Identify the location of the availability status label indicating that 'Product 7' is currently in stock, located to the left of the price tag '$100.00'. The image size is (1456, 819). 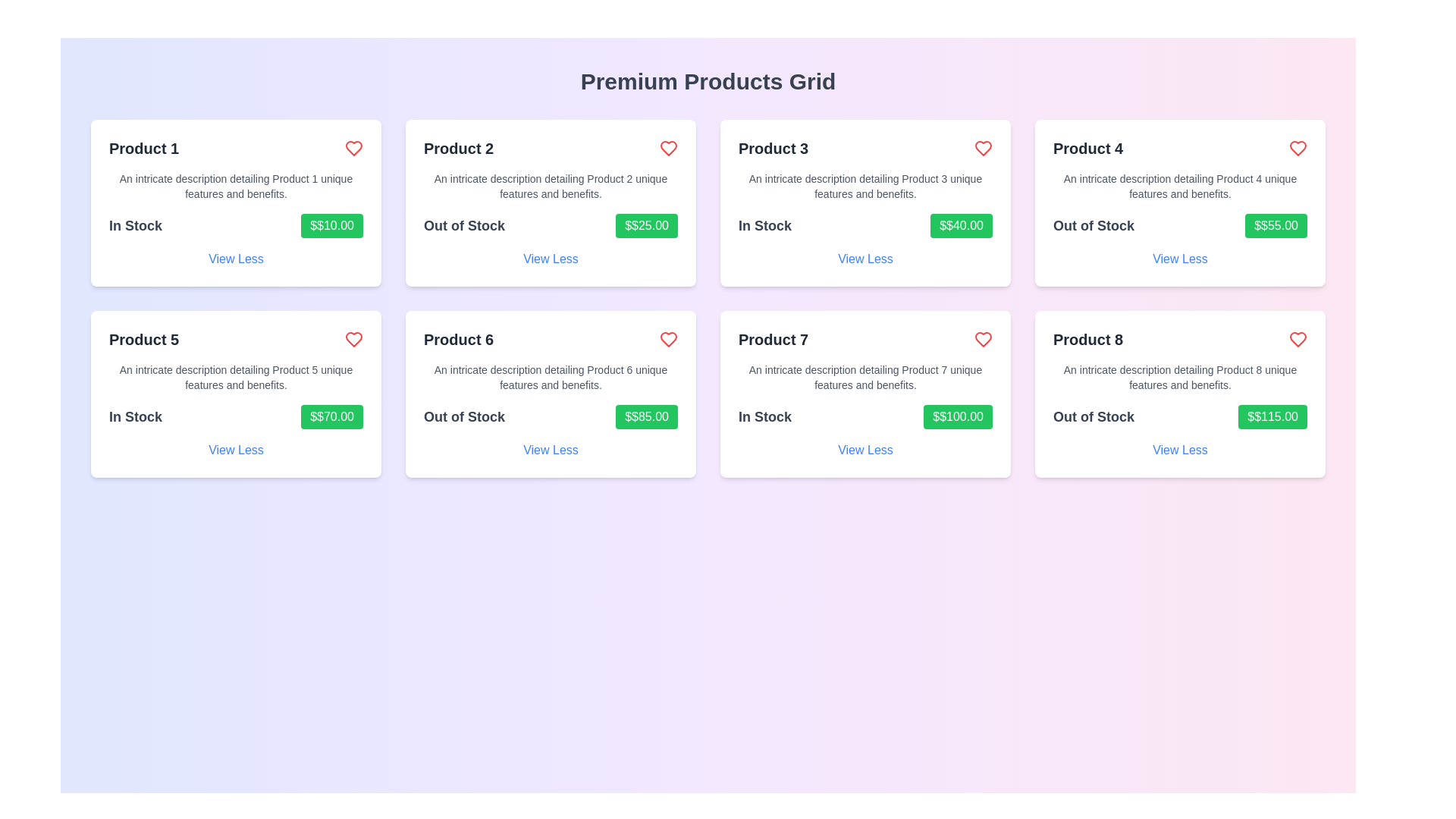
(764, 417).